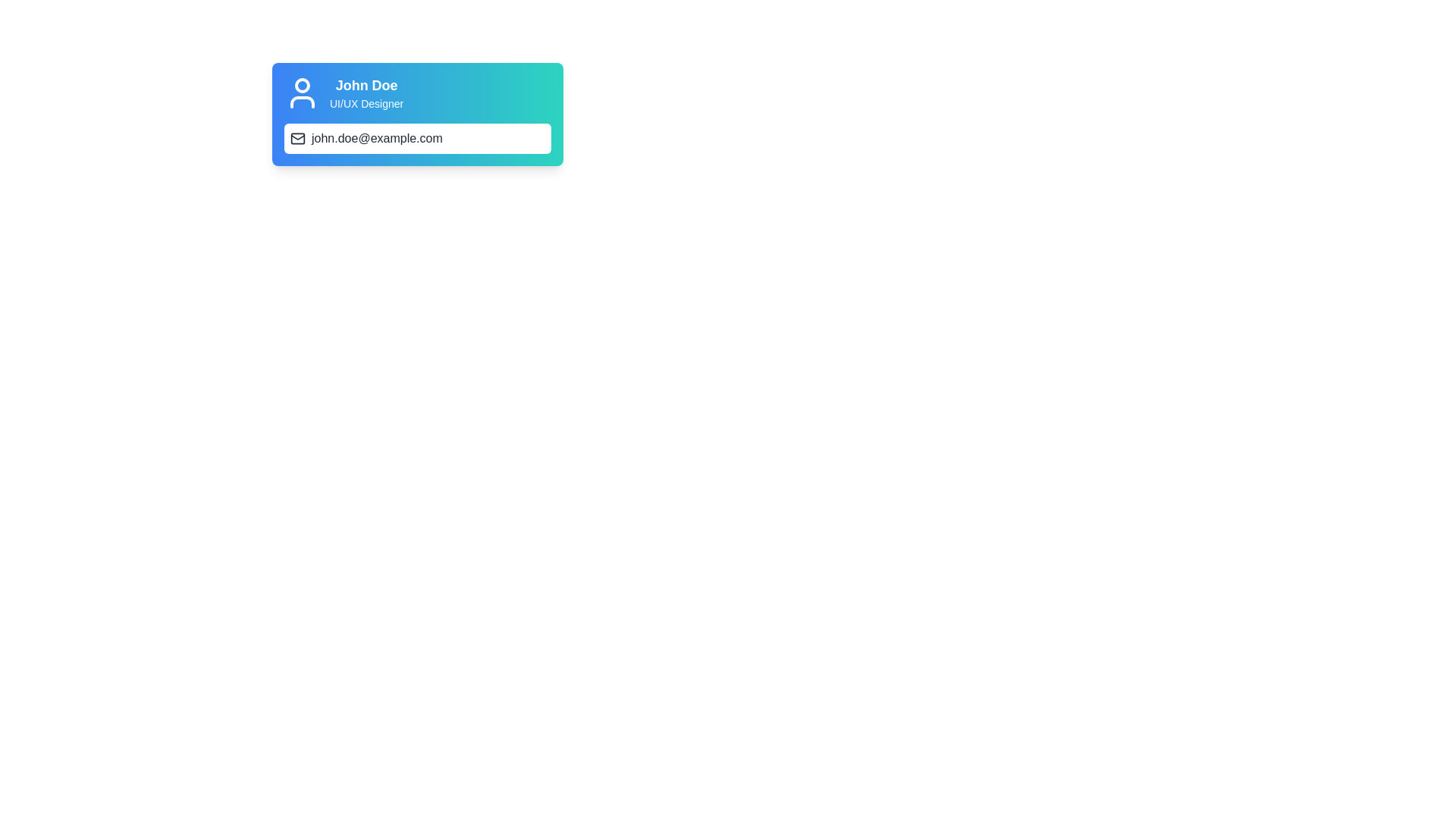 This screenshot has width=1456, height=819. Describe the element at coordinates (366, 103) in the screenshot. I see `text from the label displaying 'UI/UX Designer', which is styled in light blue and positioned below the bold title 'John Doe'` at that location.